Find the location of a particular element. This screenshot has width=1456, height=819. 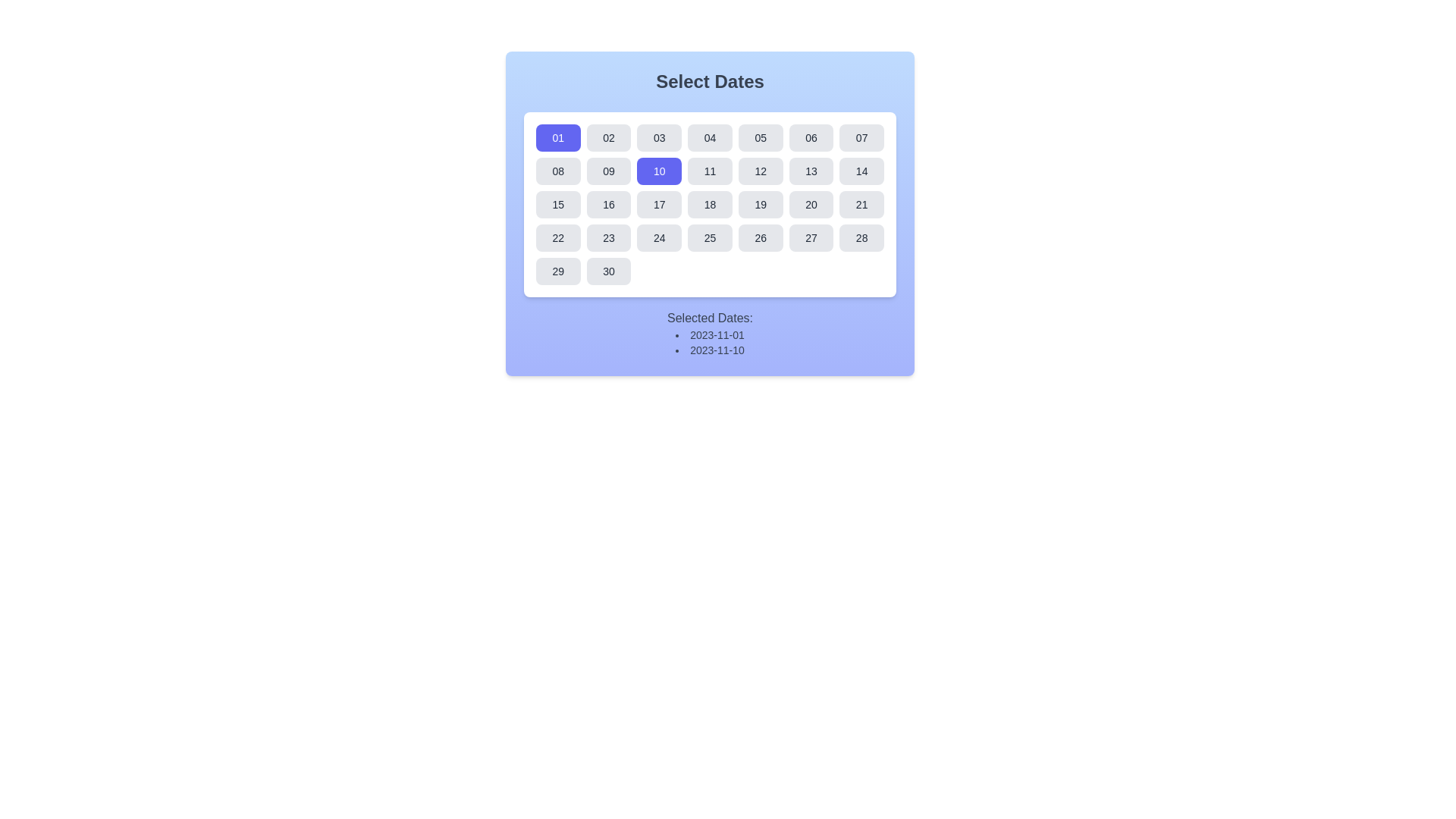

the button displaying '30' with rounded corners and a gray font is located at coordinates (609, 271).